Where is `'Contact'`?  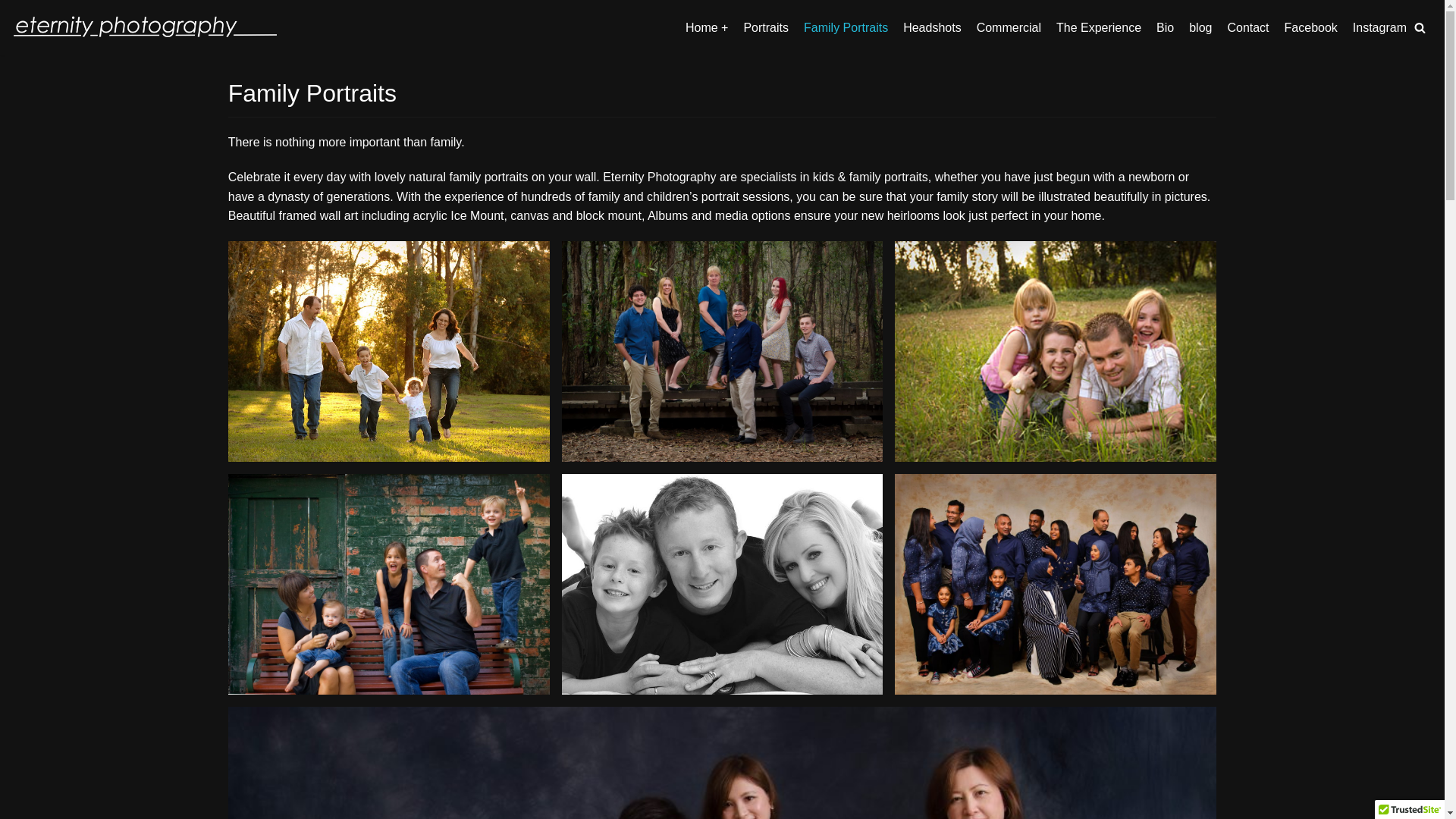 'Contact' is located at coordinates (1247, 28).